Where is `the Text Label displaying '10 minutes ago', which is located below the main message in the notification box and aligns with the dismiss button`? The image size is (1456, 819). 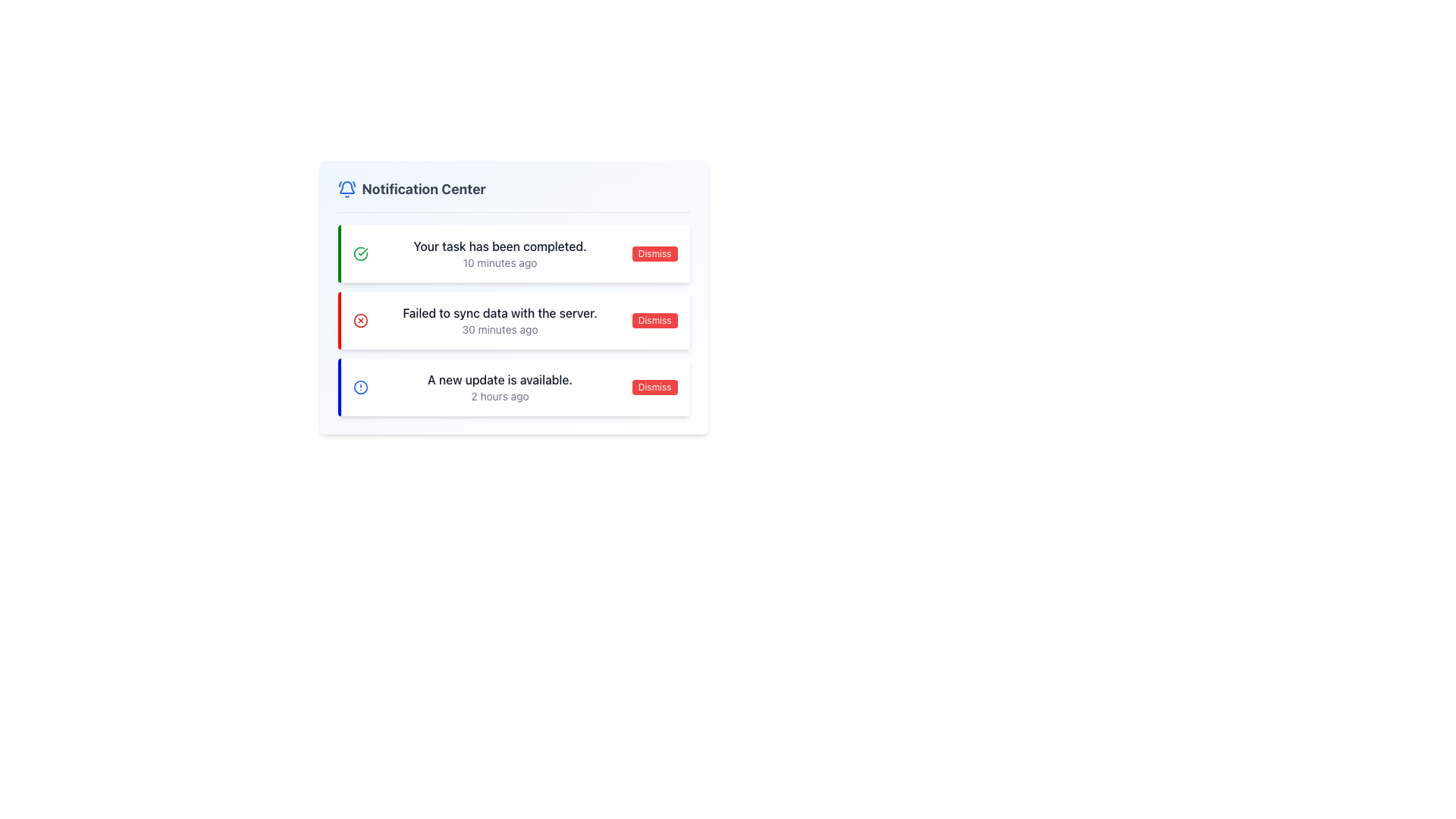 the Text Label displaying '10 minutes ago', which is located below the main message in the notification box and aligns with the dismiss button is located at coordinates (500, 262).